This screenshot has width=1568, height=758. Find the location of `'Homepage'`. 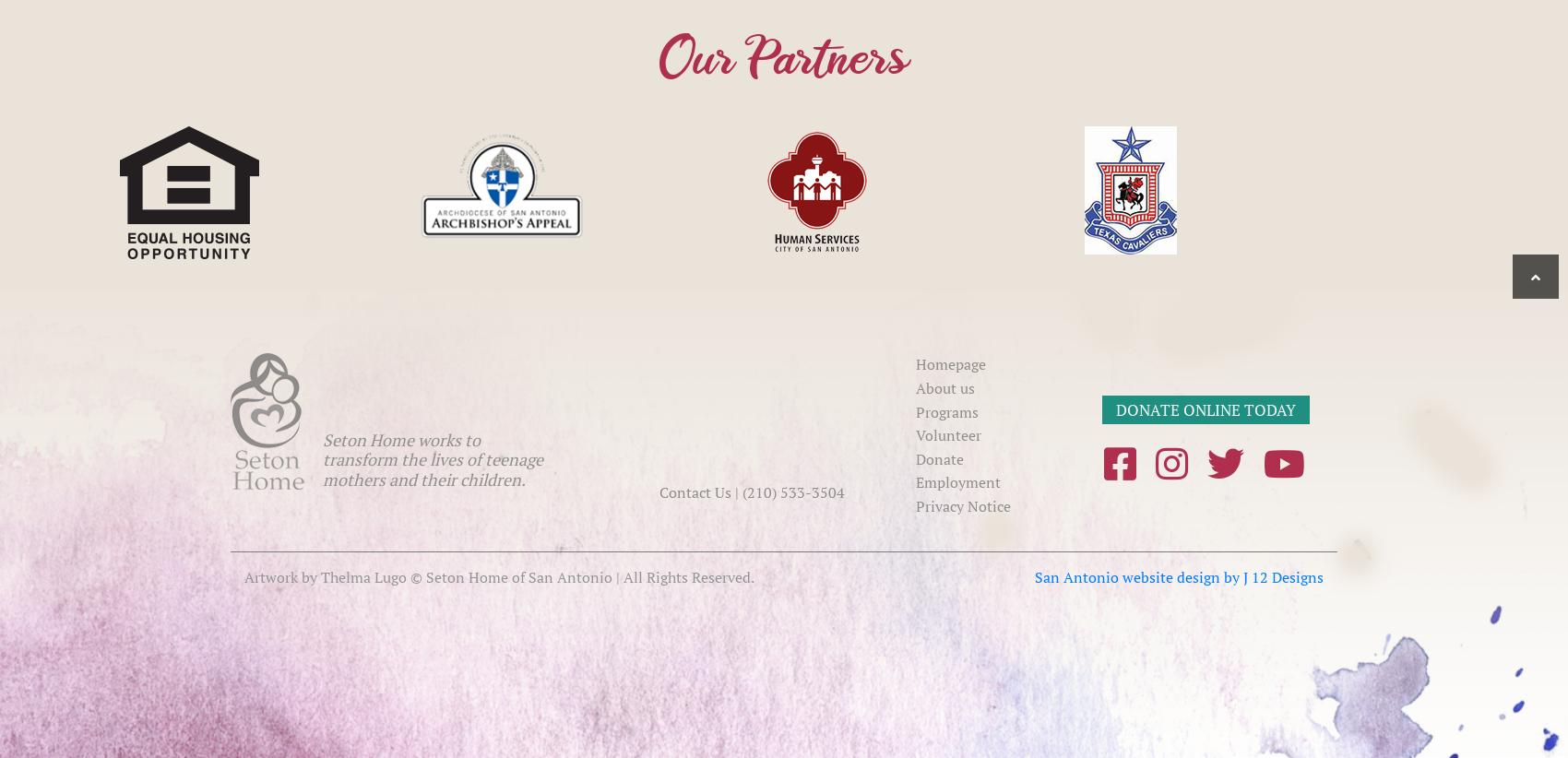

'Homepage' is located at coordinates (913, 363).